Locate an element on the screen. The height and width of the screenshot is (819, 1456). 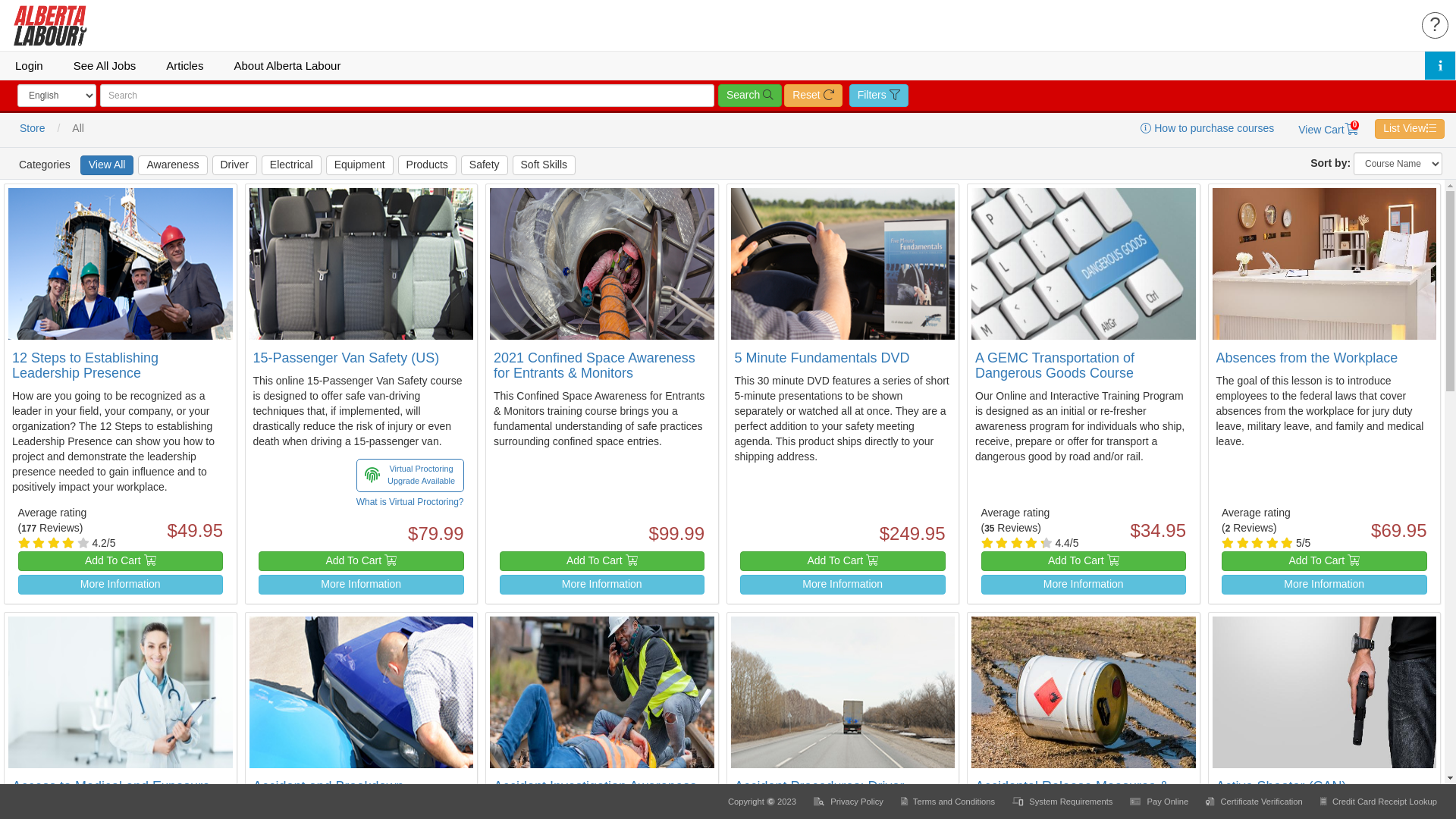
'Terms and Conditions' is located at coordinates (948, 800).